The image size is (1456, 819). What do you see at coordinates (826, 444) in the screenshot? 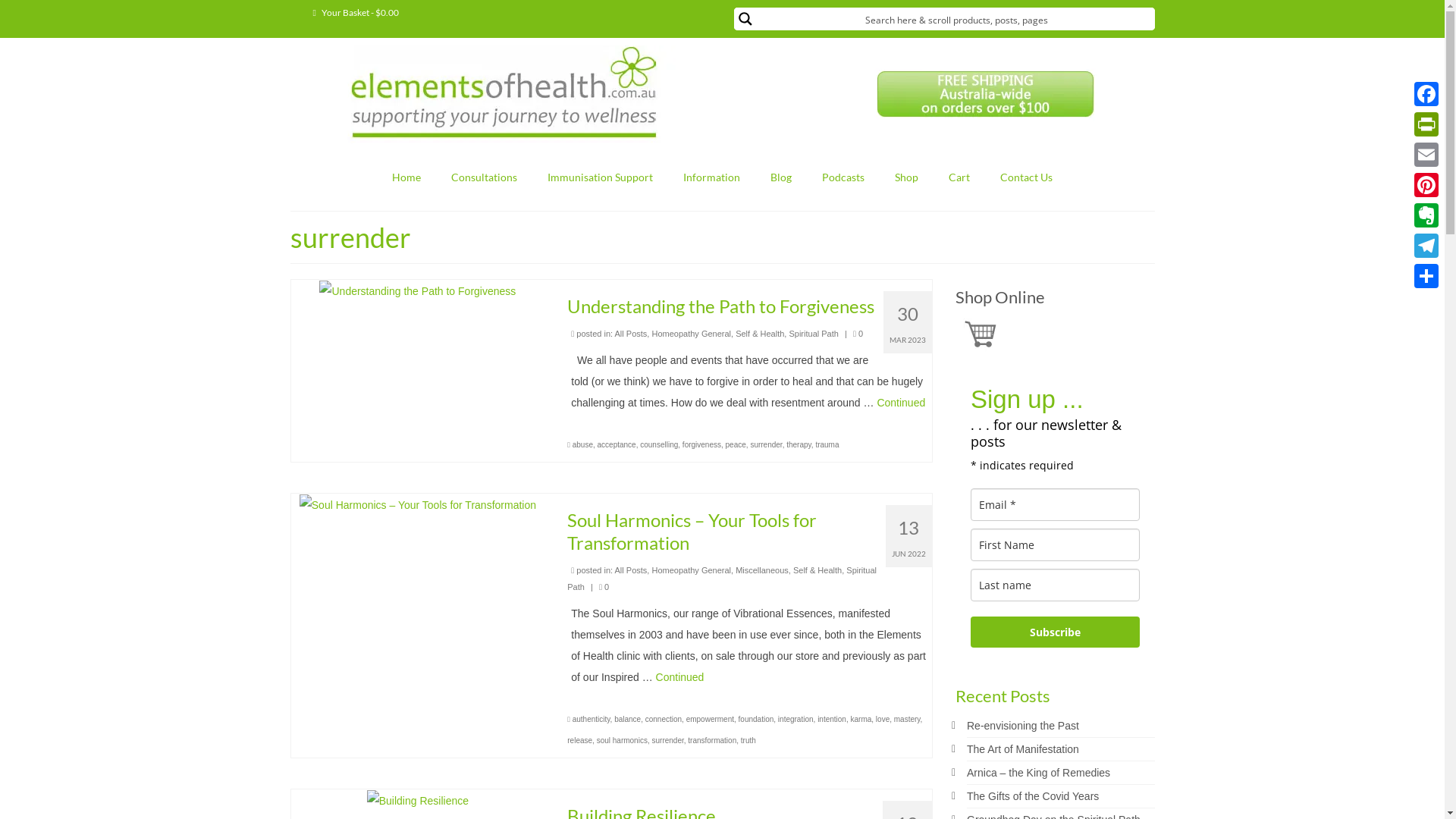
I see `'trauma'` at bounding box center [826, 444].